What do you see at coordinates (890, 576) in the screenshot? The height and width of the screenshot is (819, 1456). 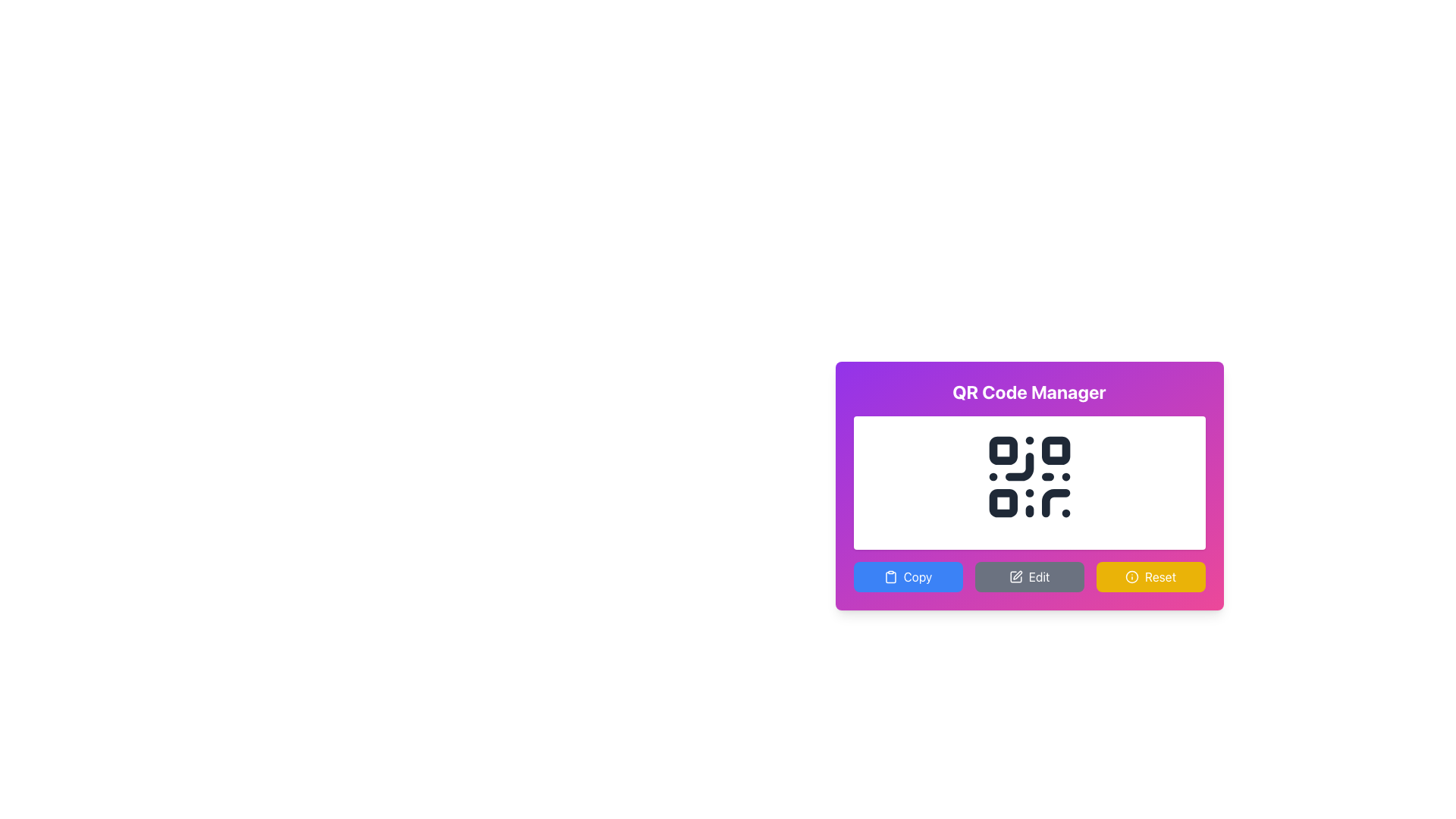 I see `the clipboard icon located to the left of the 'Copy' text in the blue rectangular button at the bottom-left corner of the QR Code Manager interface` at bounding box center [890, 576].